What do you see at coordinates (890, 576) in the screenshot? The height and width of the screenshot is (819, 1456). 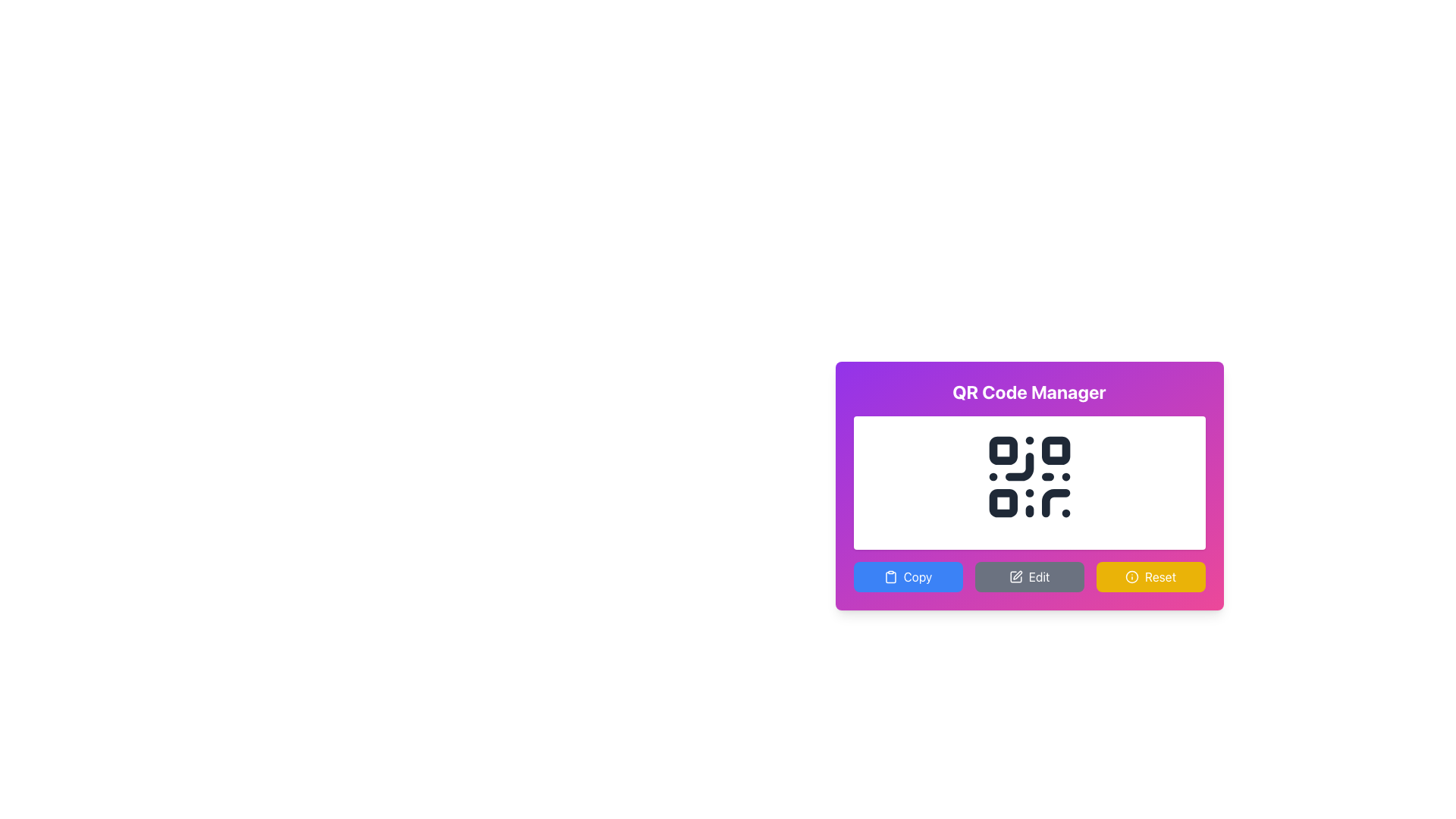 I see `the clipboard icon located to the left of the 'Copy' text in the blue rectangular button at the bottom-left corner of the QR Code Manager interface` at bounding box center [890, 576].